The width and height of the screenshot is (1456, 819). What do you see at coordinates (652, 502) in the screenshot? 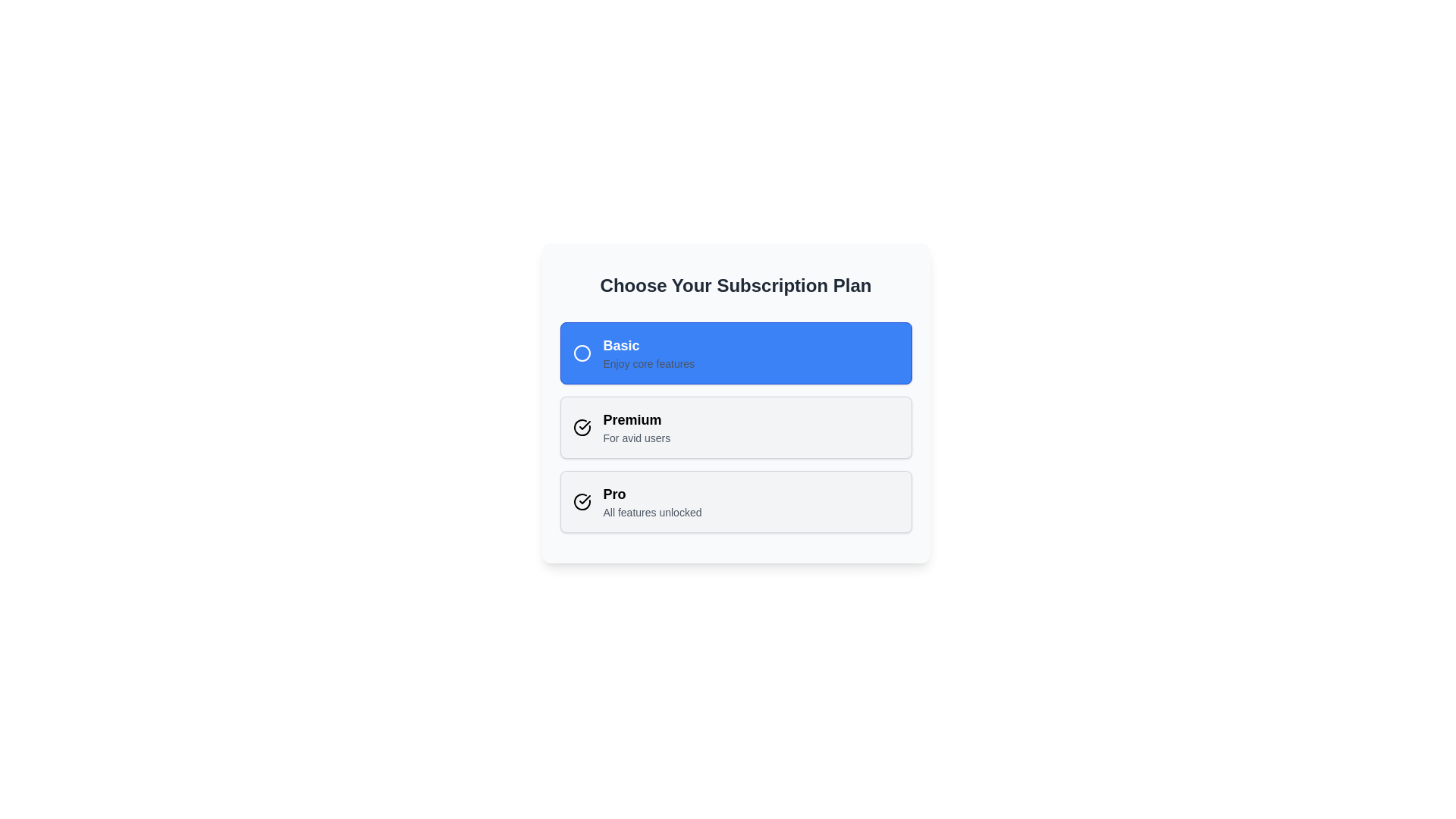
I see `the text block that describes the 'Pro' subscription plan, which is located between the 'Premium' option and a blank space in a vertically stacked list of subscription plans` at bounding box center [652, 502].